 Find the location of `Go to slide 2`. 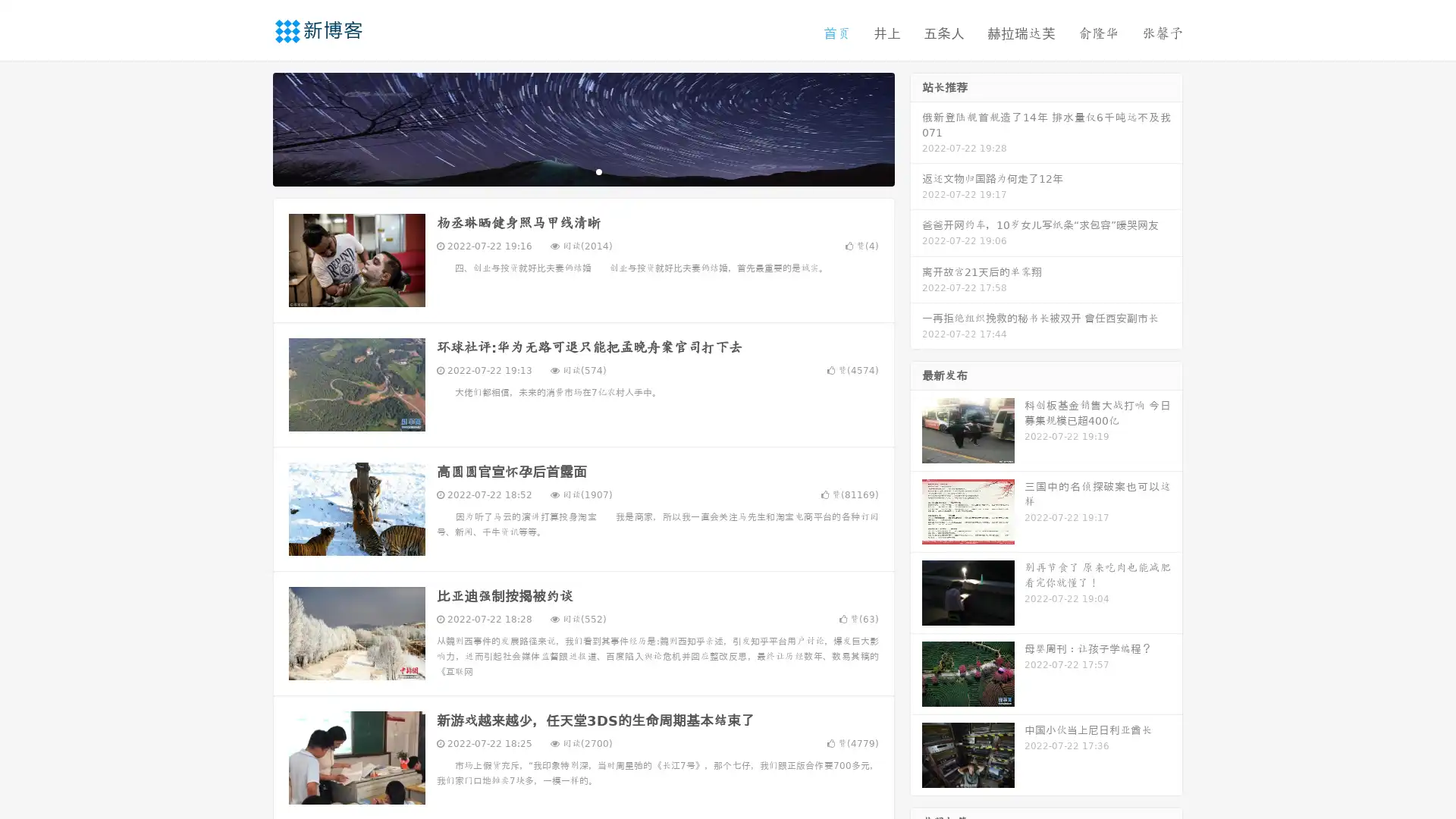

Go to slide 2 is located at coordinates (582, 171).